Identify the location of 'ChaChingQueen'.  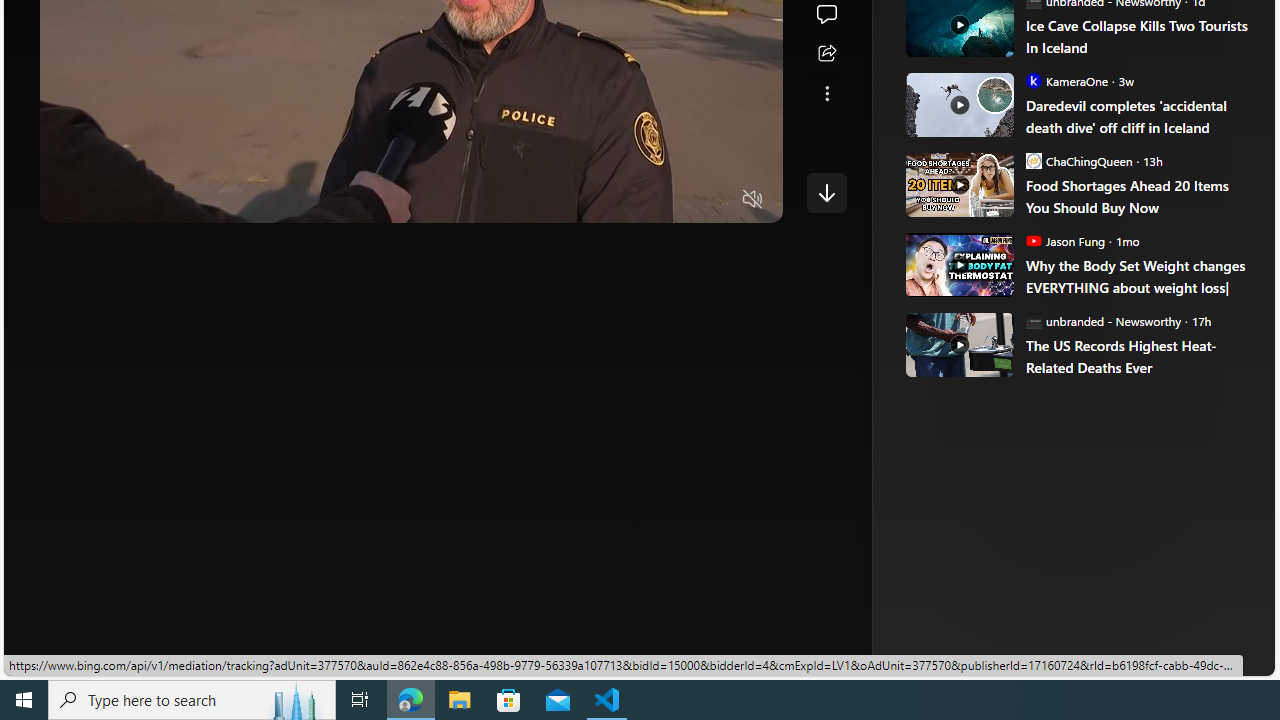
(1033, 159).